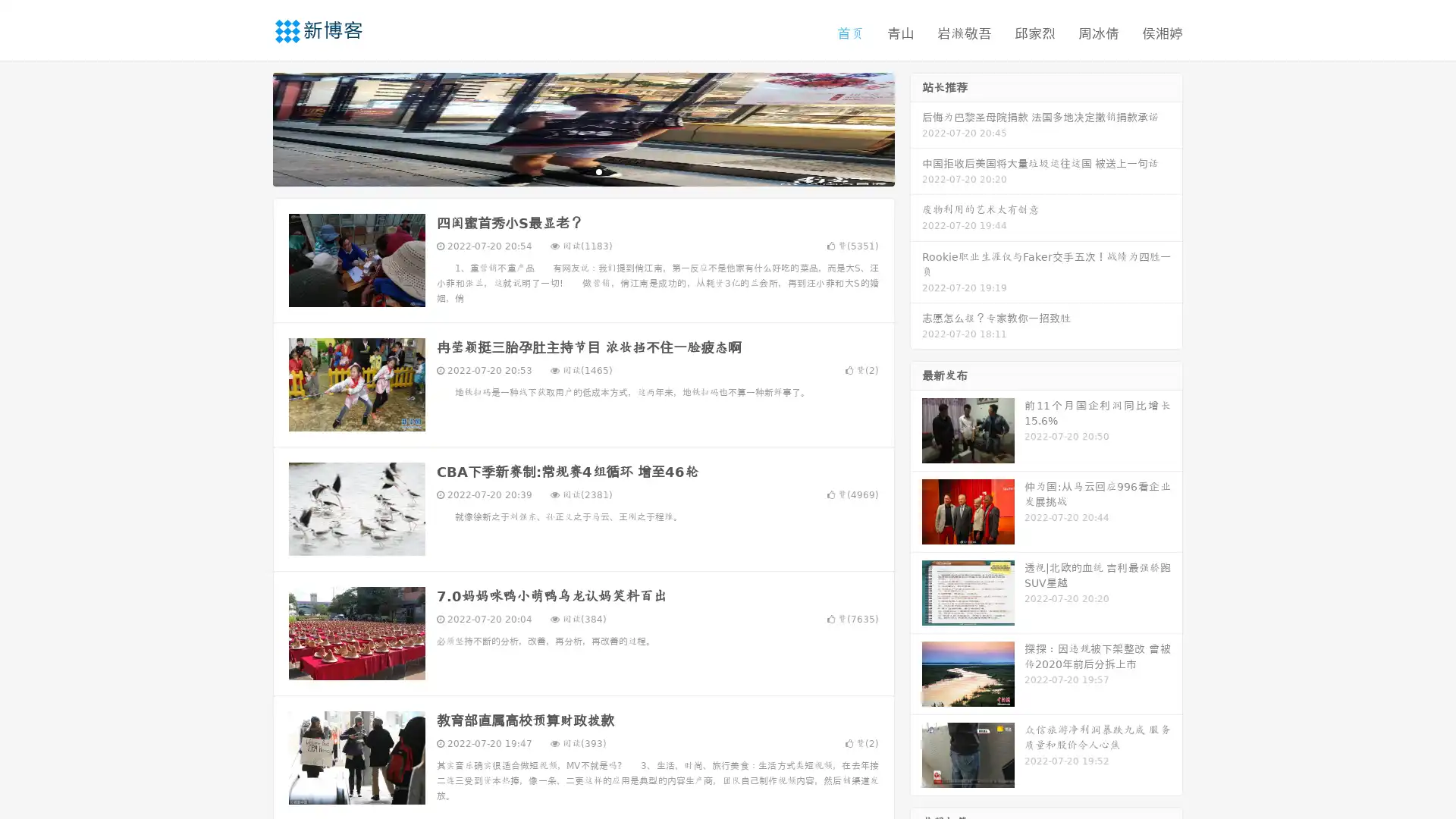 The height and width of the screenshot is (819, 1456). Describe the element at coordinates (598, 171) in the screenshot. I see `Go to slide 3` at that location.